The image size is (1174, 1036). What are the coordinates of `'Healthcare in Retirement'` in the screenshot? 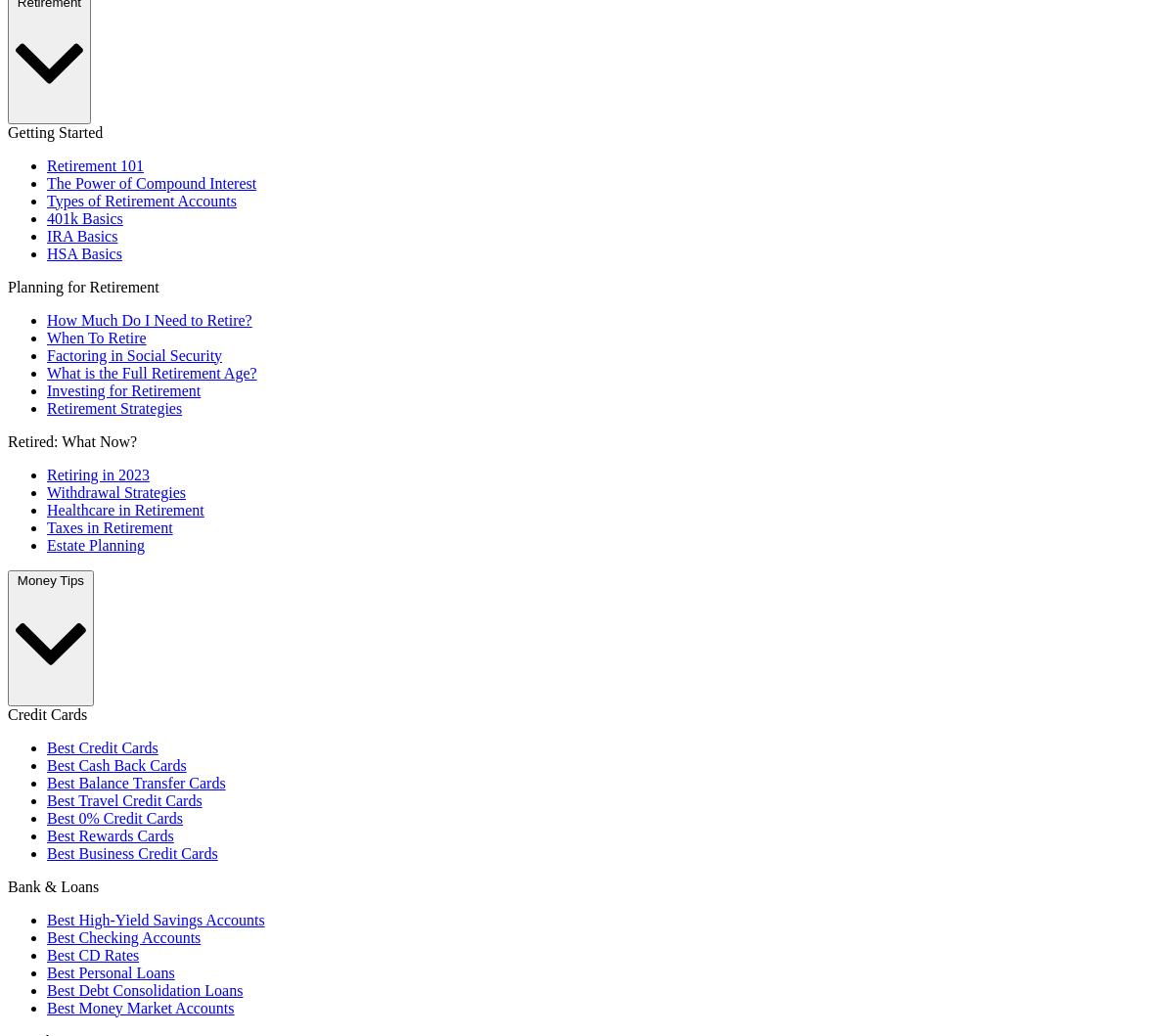 It's located at (47, 509).